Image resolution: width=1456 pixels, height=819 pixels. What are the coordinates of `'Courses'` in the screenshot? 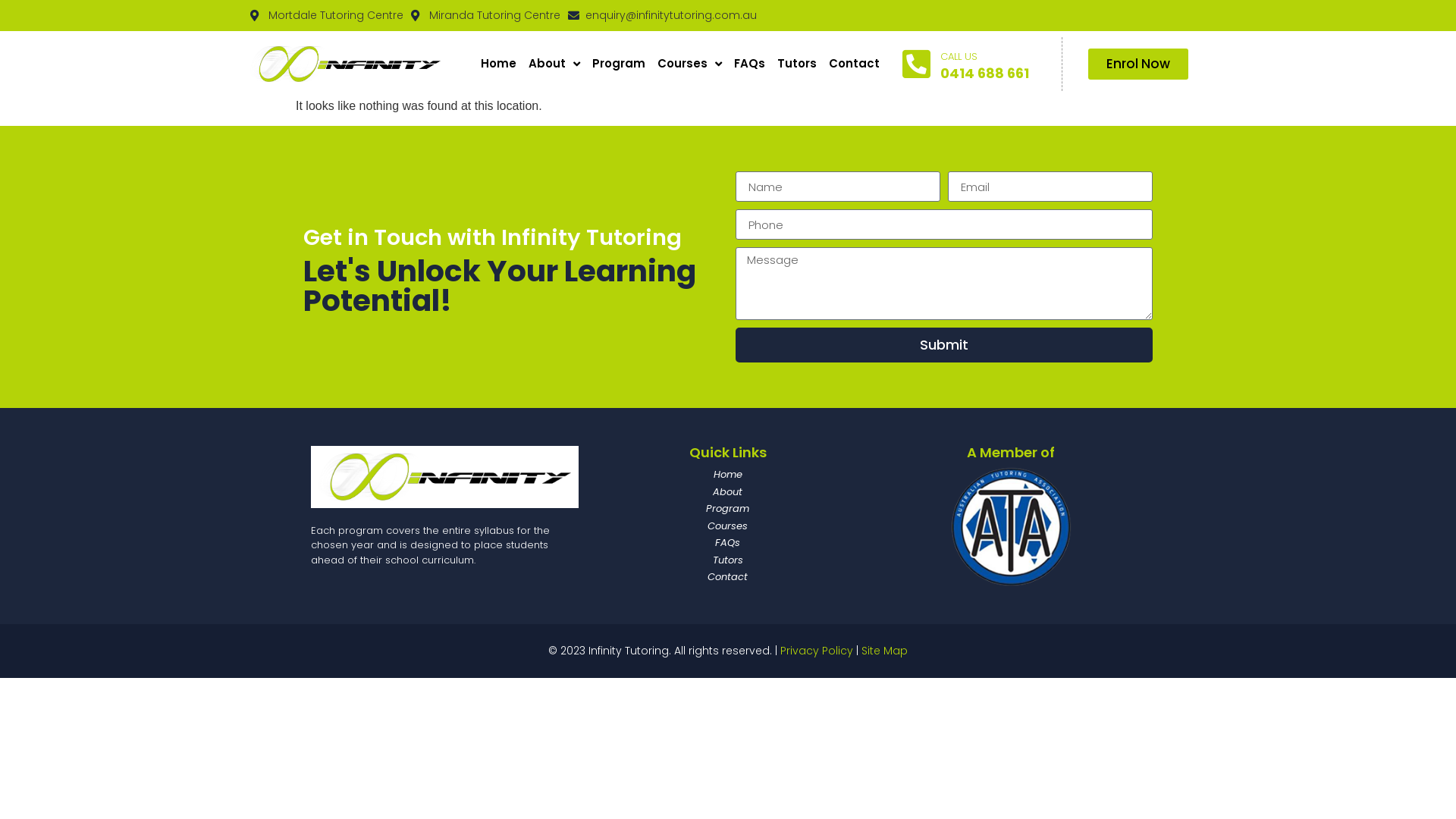 It's located at (726, 526).